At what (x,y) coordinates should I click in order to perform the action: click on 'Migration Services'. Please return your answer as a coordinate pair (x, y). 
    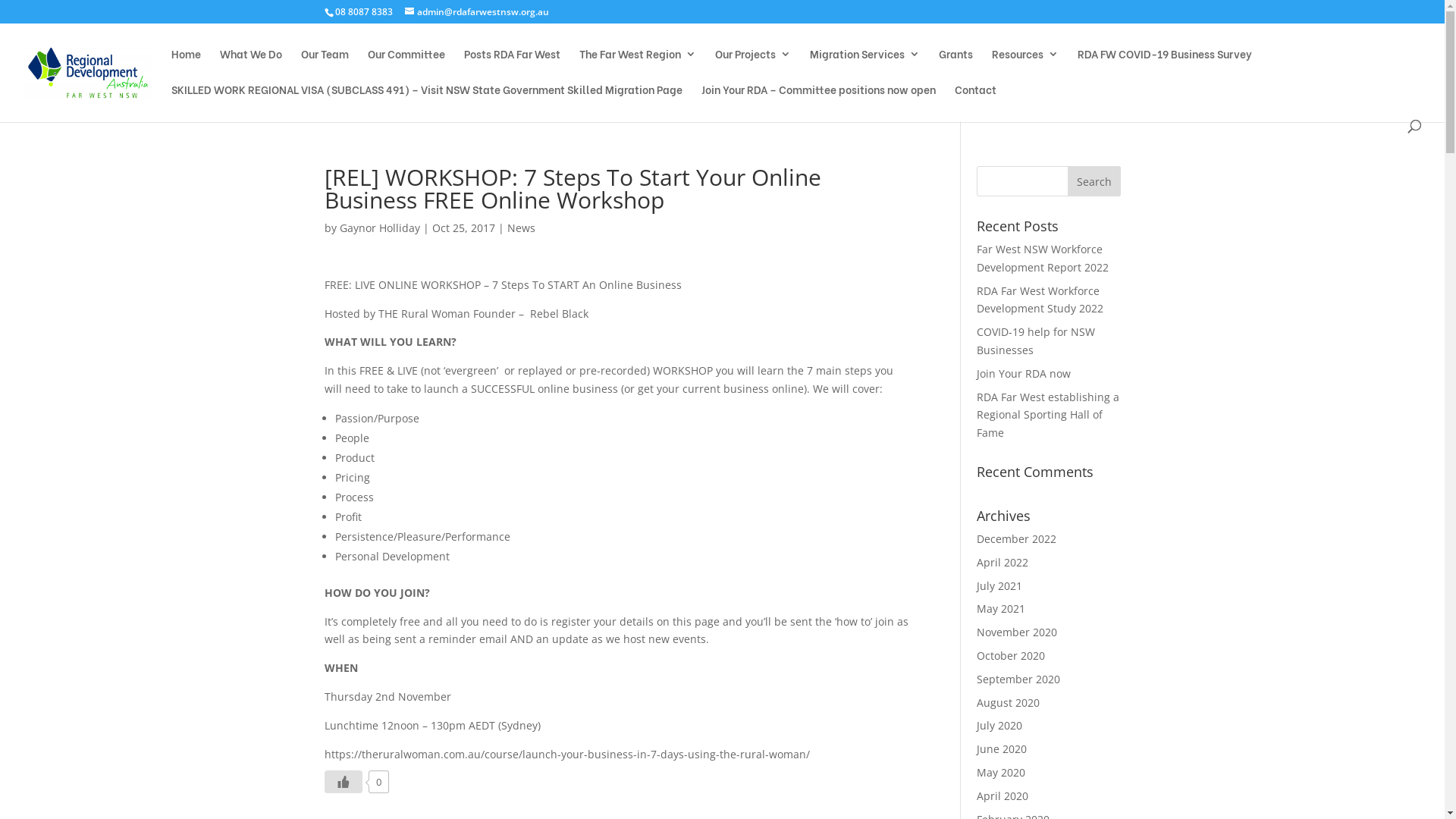
    Looking at the image, I should click on (864, 65).